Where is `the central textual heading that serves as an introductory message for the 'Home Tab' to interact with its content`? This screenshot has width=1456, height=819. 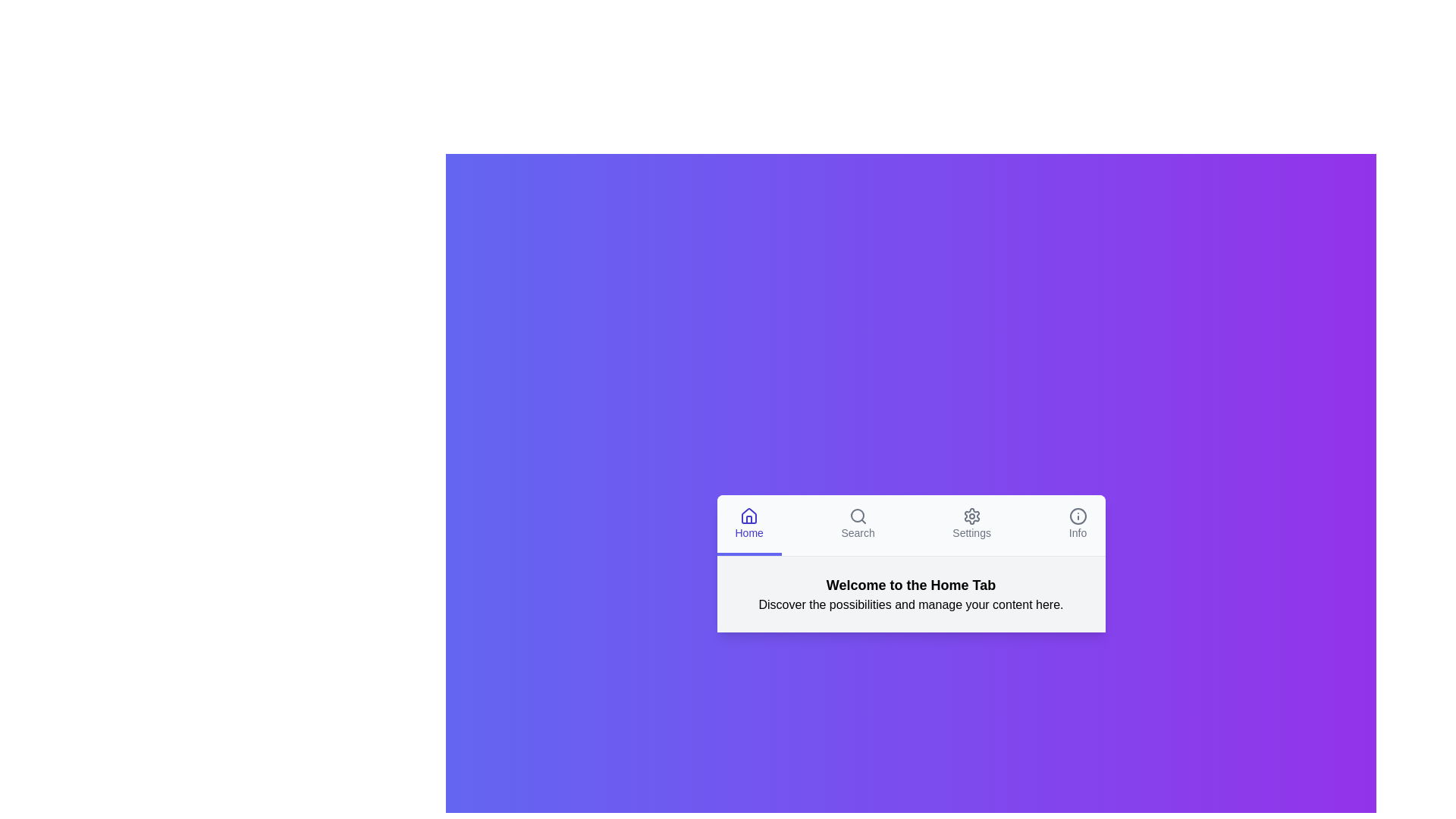
the central textual heading that serves as an introductory message for the 'Home Tab' to interact with its content is located at coordinates (910, 593).